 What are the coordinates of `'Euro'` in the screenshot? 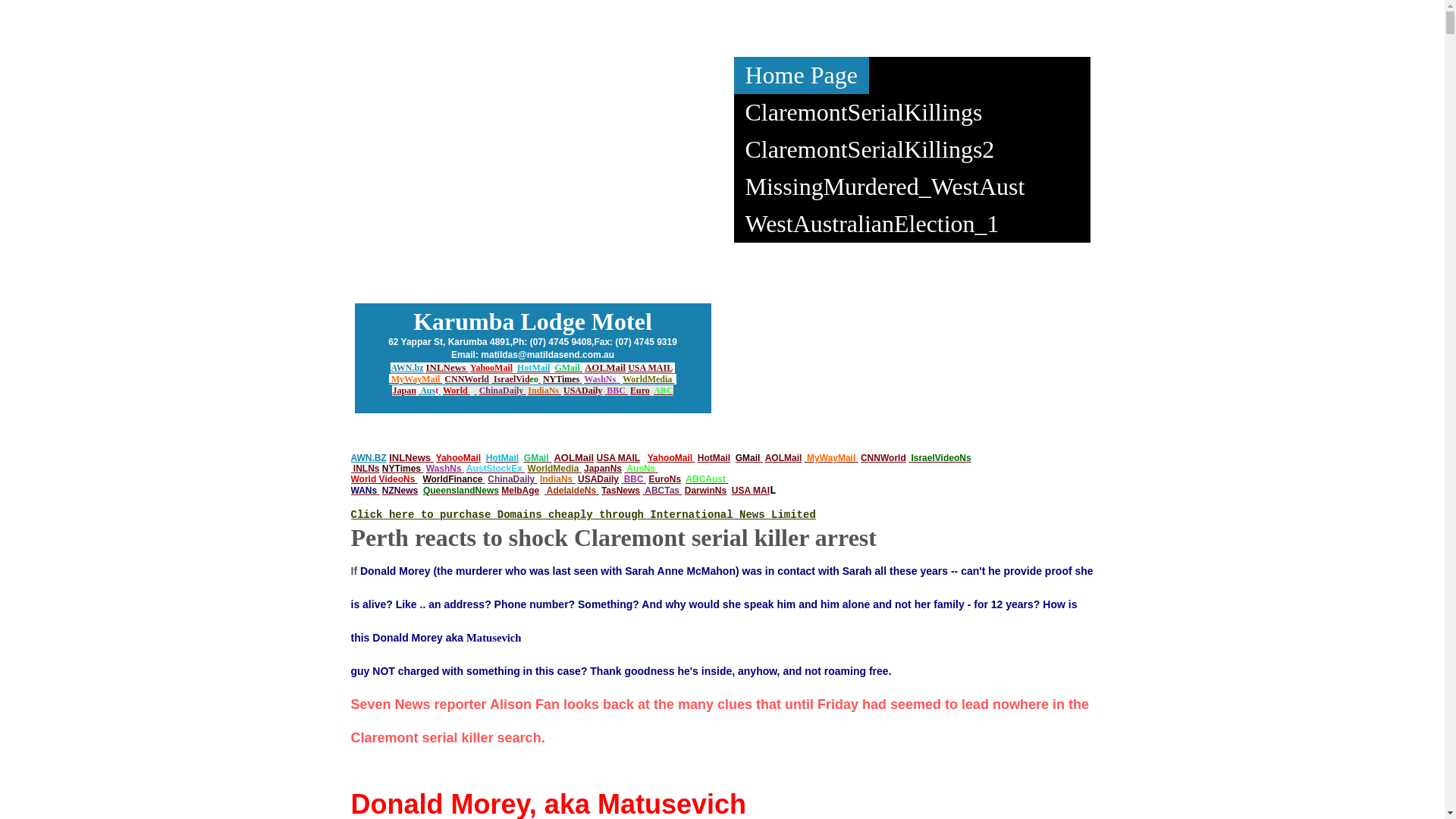 It's located at (640, 390).